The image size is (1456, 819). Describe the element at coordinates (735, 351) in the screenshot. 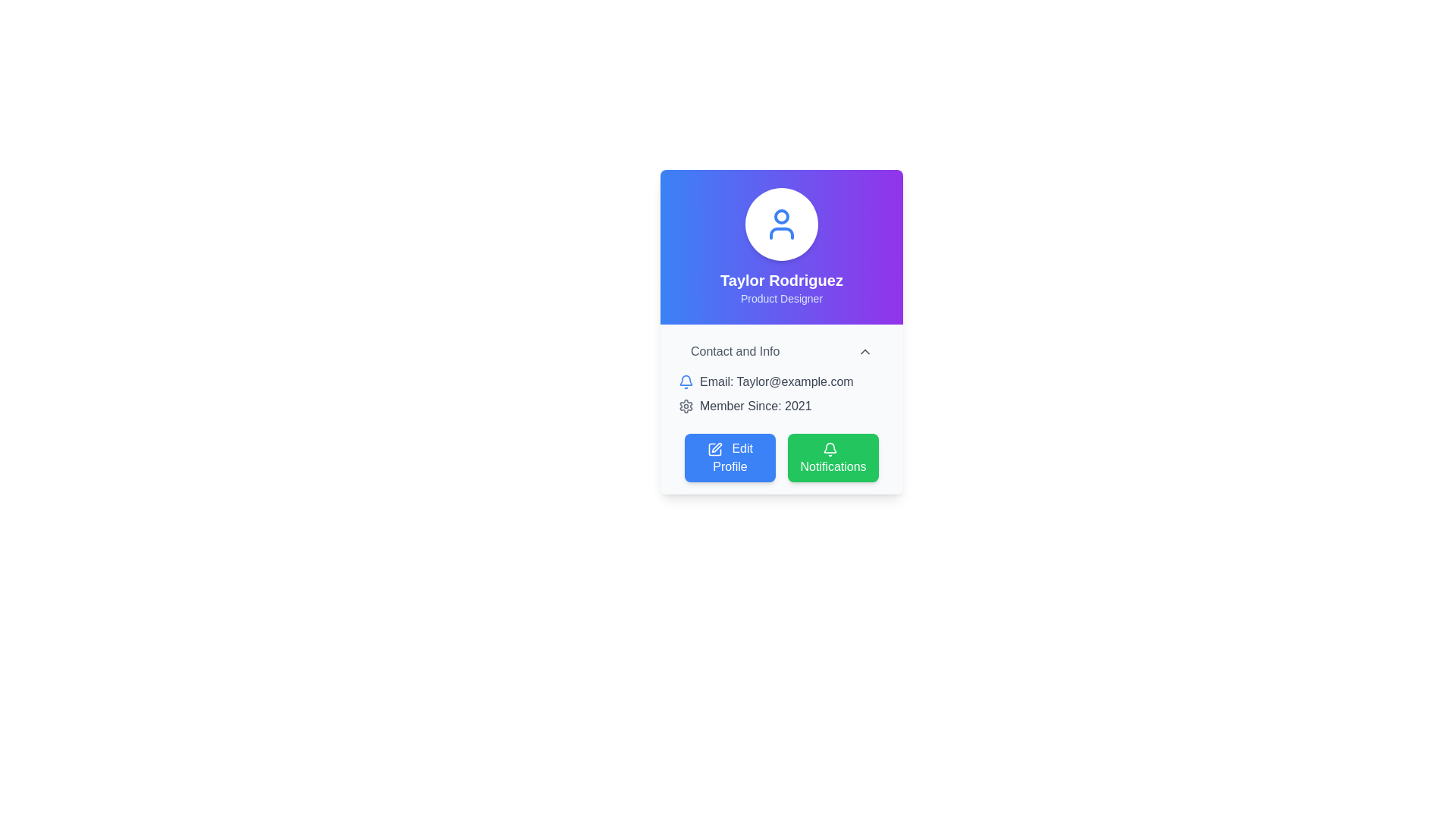

I see `the text label indicating contact details and user information, which is positioned at the center of the profile card` at that location.